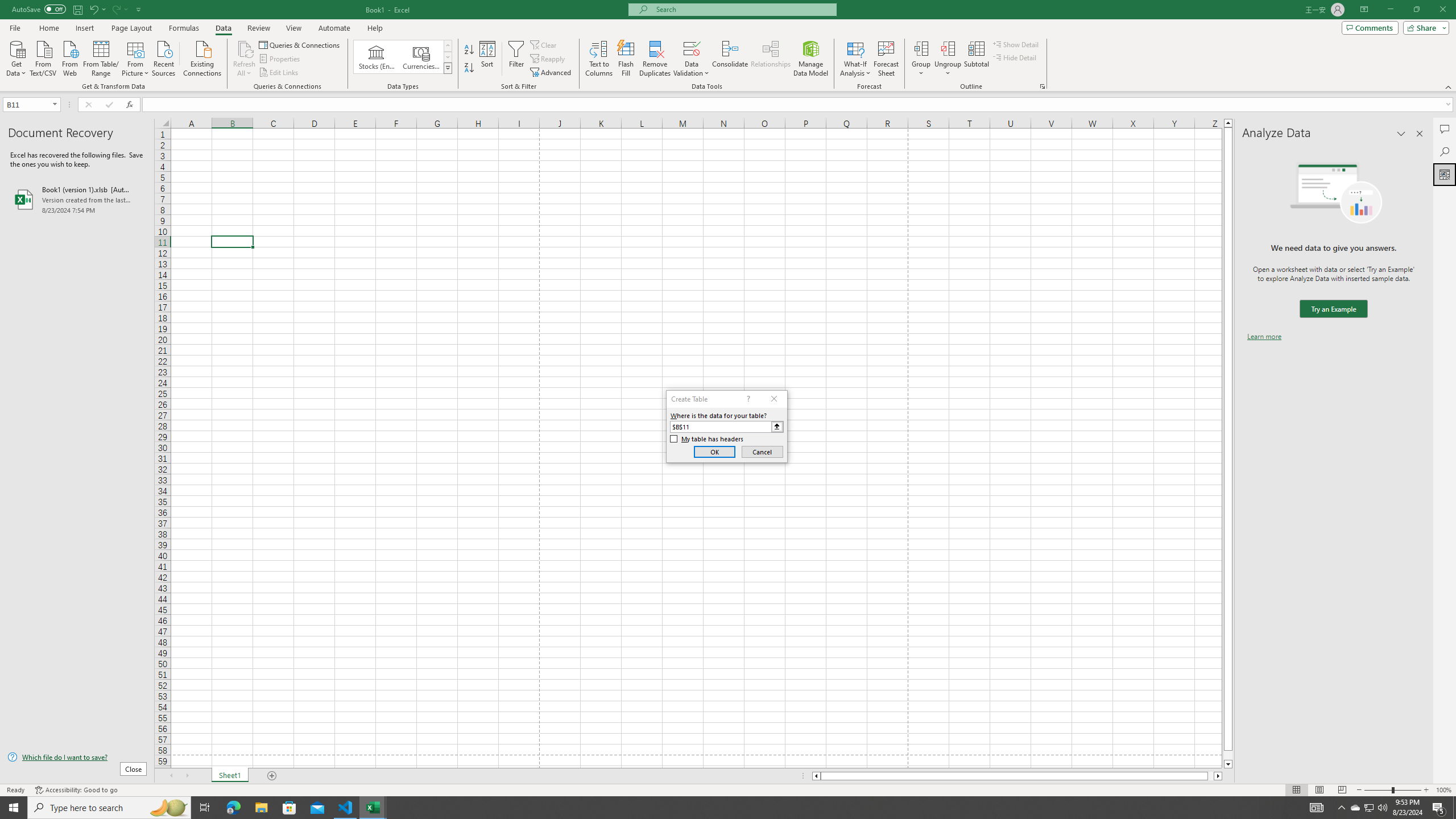  Describe the element at coordinates (1449, 87) in the screenshot. I see `'Collapse the Ribbon'` at that location.